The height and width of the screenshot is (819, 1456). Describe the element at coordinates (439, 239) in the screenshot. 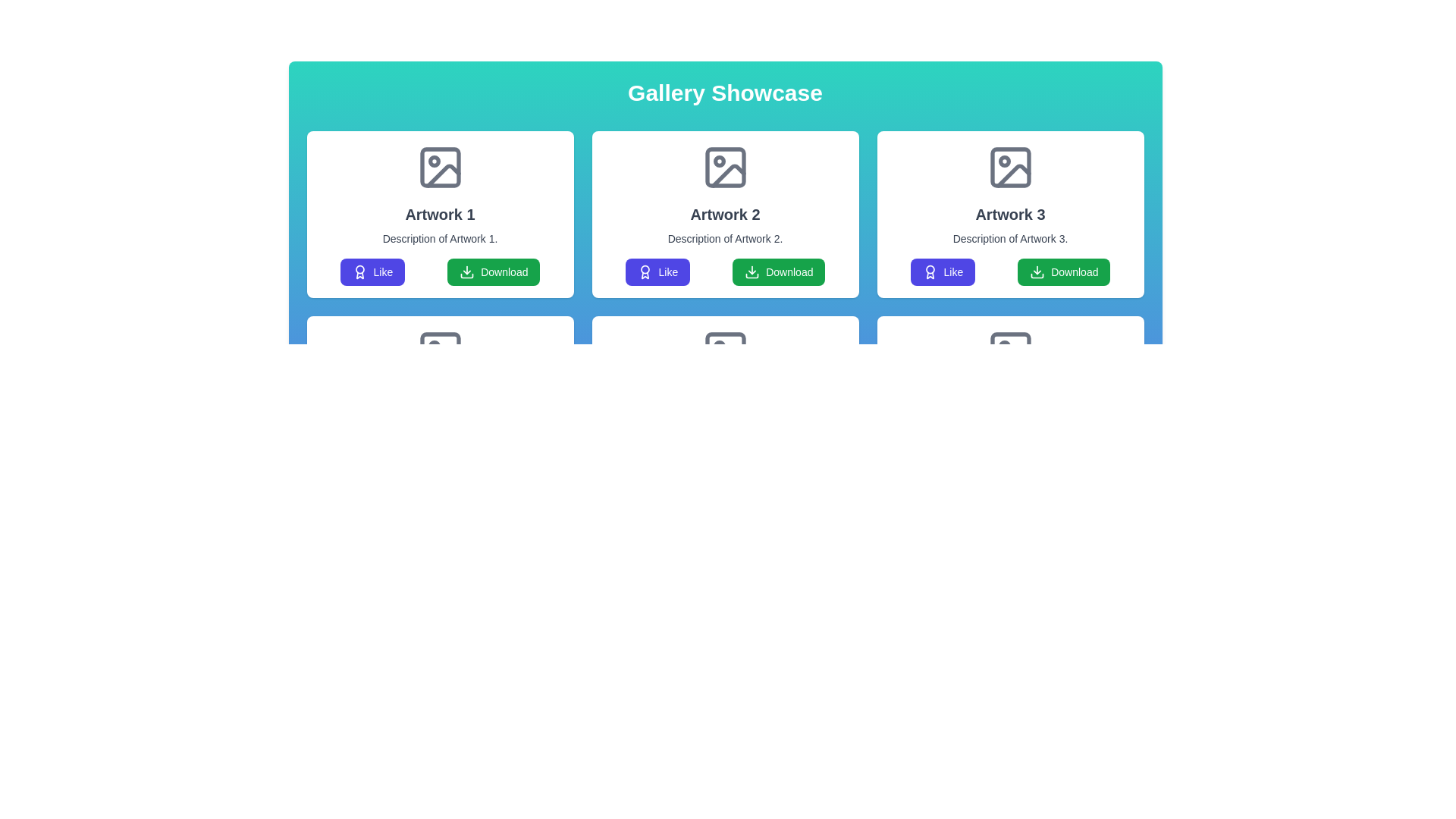

I see `the text block that provides a description of 'Artwork 1', which is located directly below the title and above the 'Like' and 'Download' buttons` at that location.